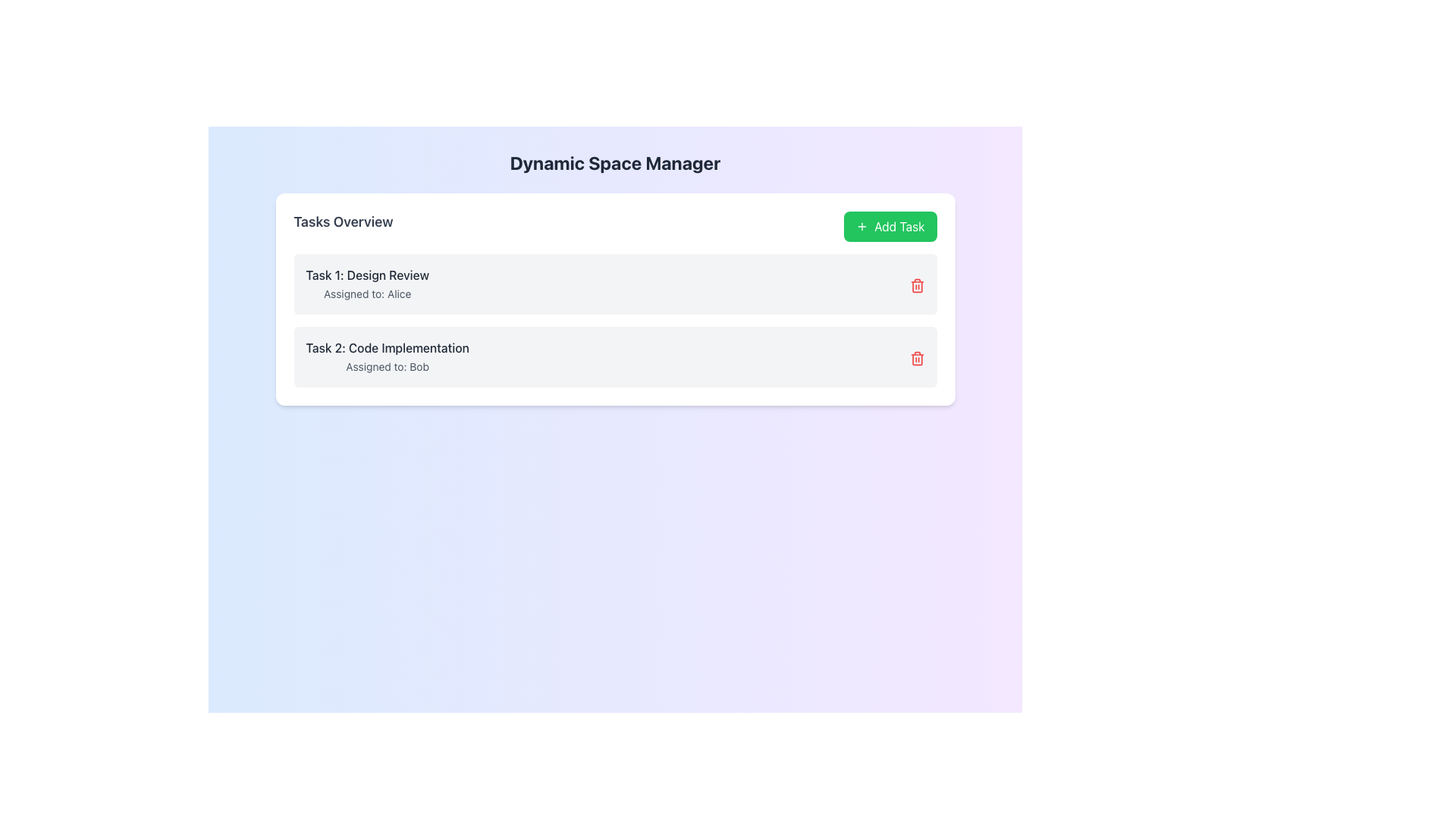 This screenshot has width=1456, height=819. I want to click on the task item in the 'Tasks Overview' section, so click(615, 320).